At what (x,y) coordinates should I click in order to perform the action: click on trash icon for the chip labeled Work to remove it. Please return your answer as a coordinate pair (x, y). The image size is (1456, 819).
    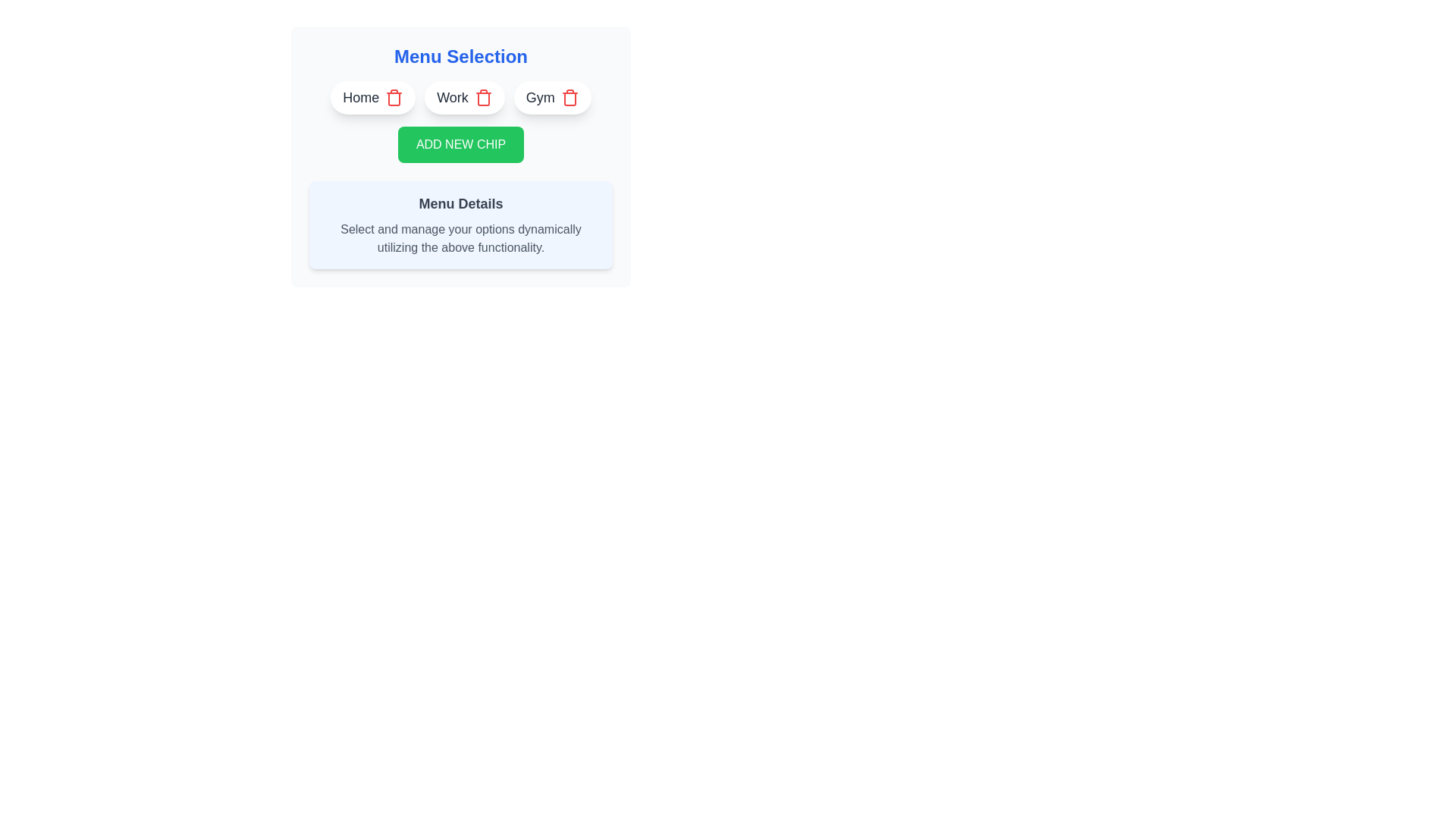
    Looking at the image, I should click on (482, 97).